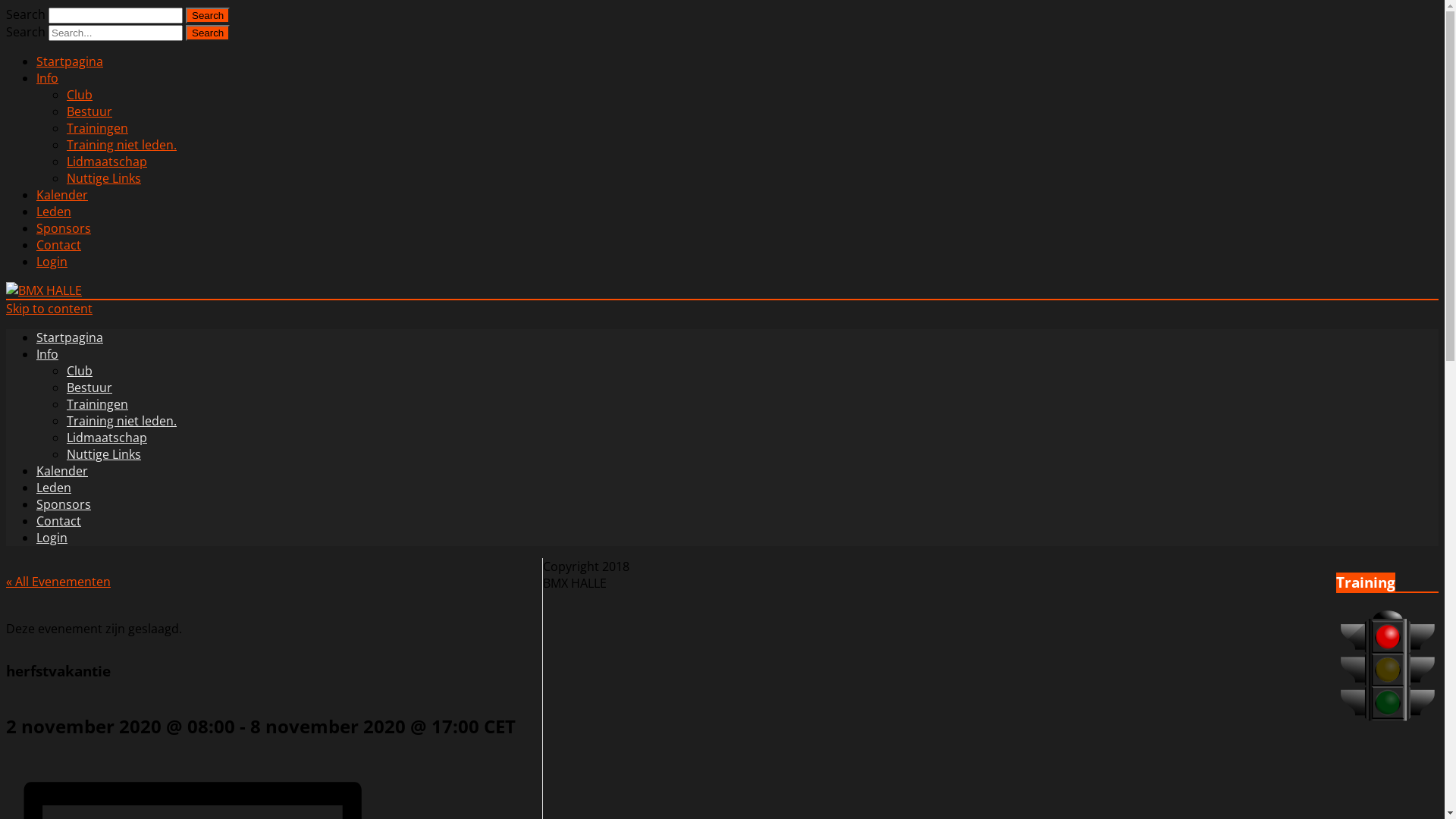 Image resolution: width=1456 pixels, height=819 pixels. Describe the element at coordinates (62, 227) in the screenshot. I see `'Sponsors'` at that location.